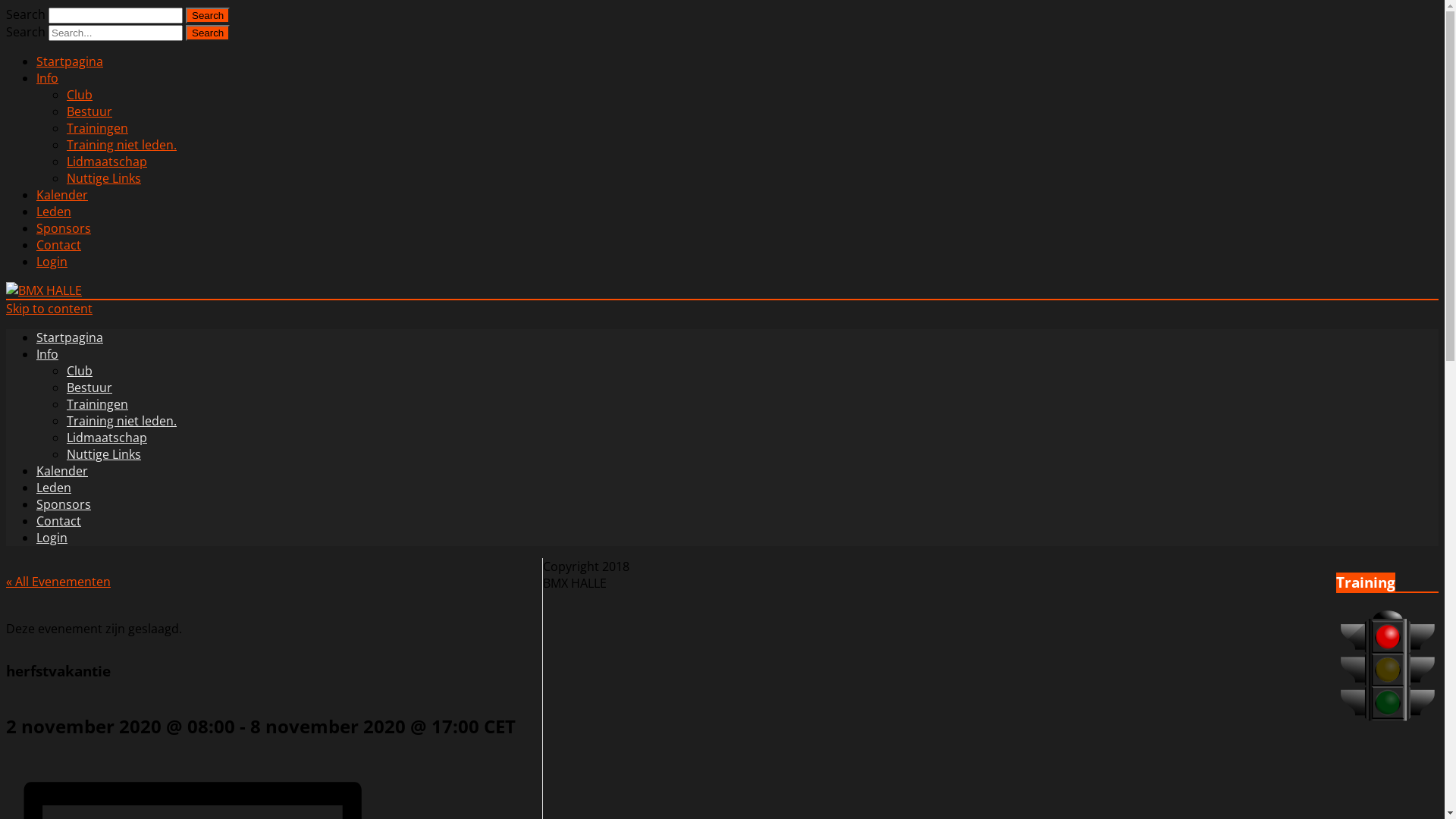 Image resolution: width=1456 pixels, height=819 pixels. Describe the element at coordinates (62, 227) in the screenshot. I see `'Sponsors'` at that location.